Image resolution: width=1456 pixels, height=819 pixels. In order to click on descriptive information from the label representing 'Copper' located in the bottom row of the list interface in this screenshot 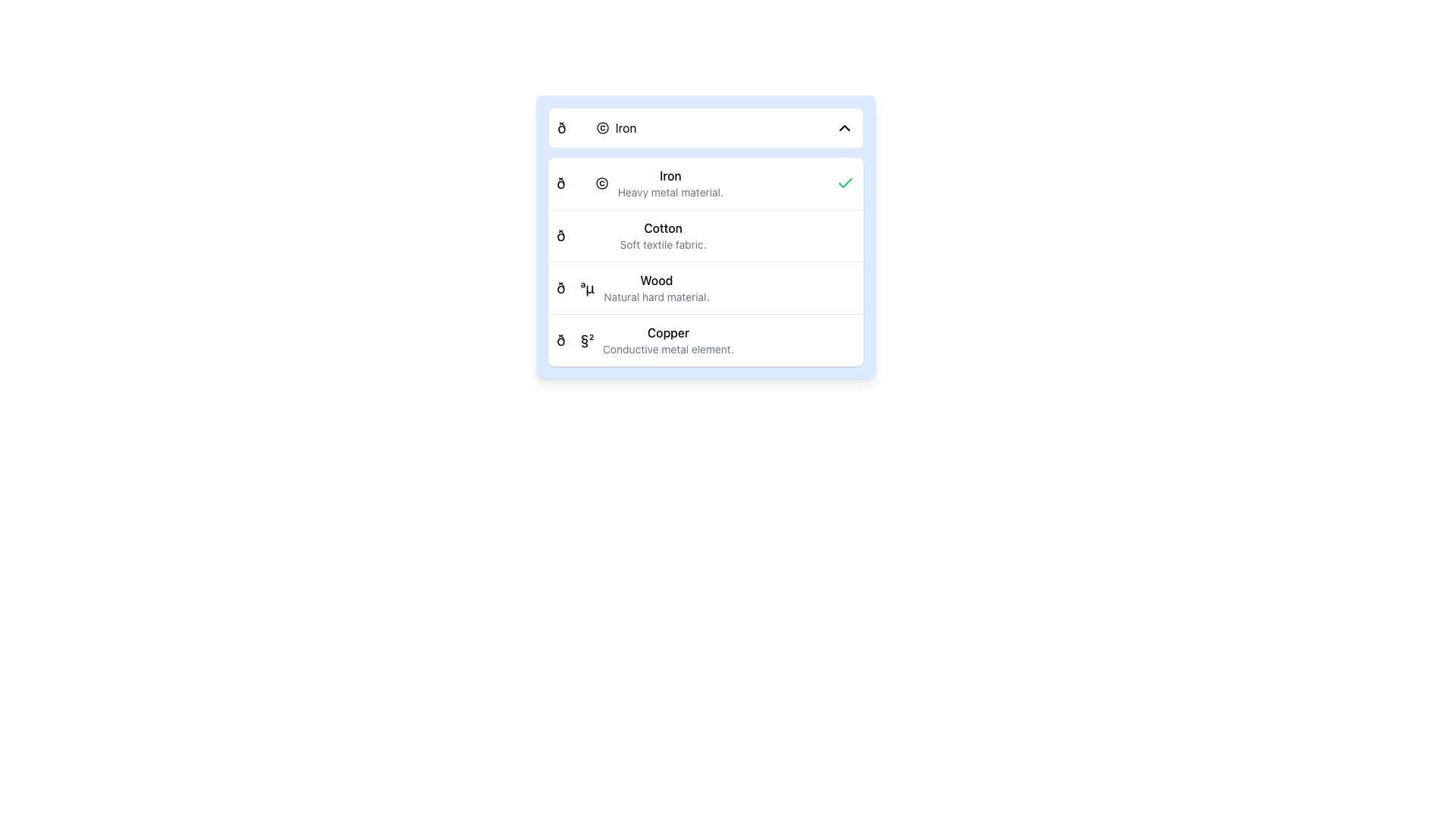, I will do `click(645, 339)`.